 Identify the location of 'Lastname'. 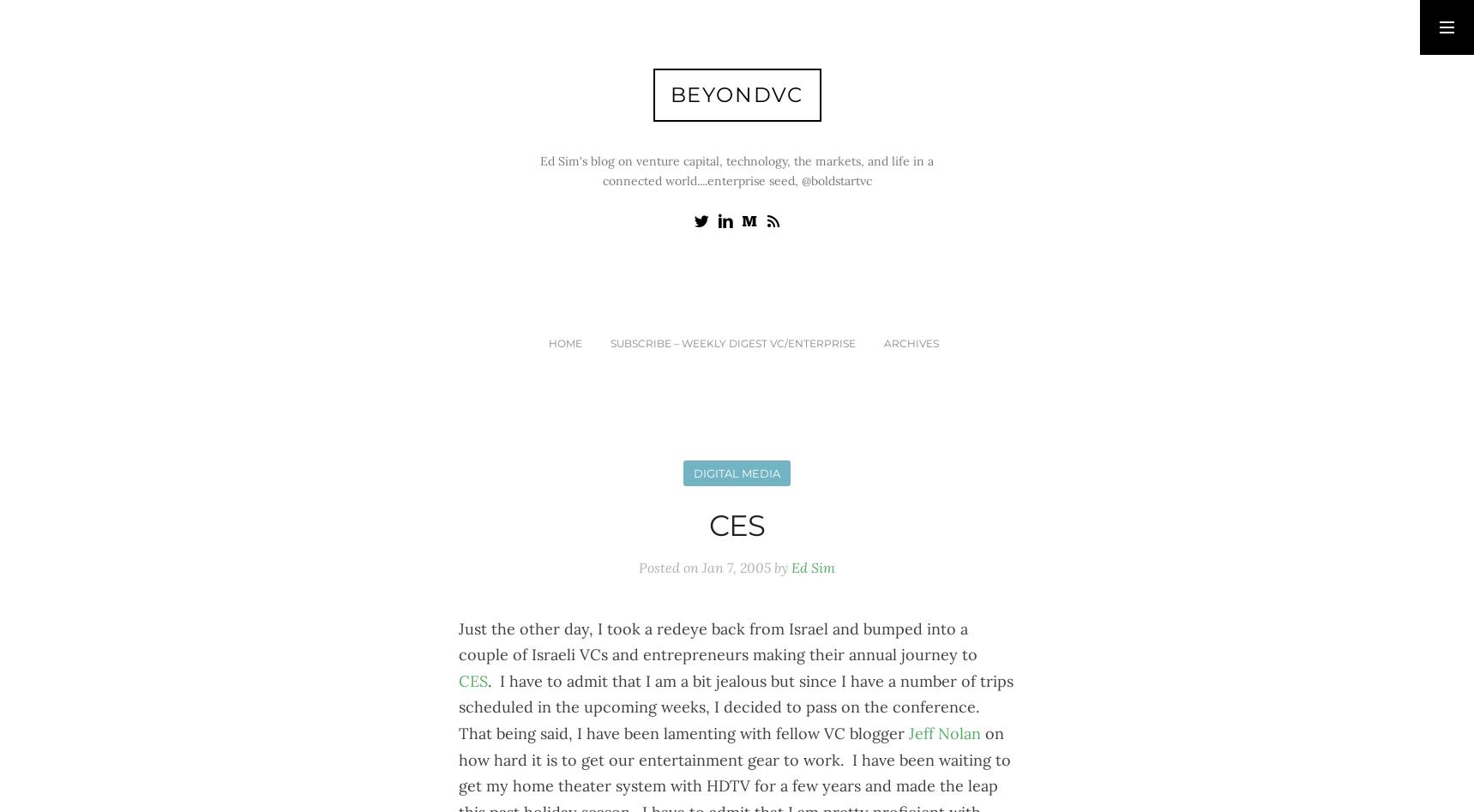
(1217, 511).